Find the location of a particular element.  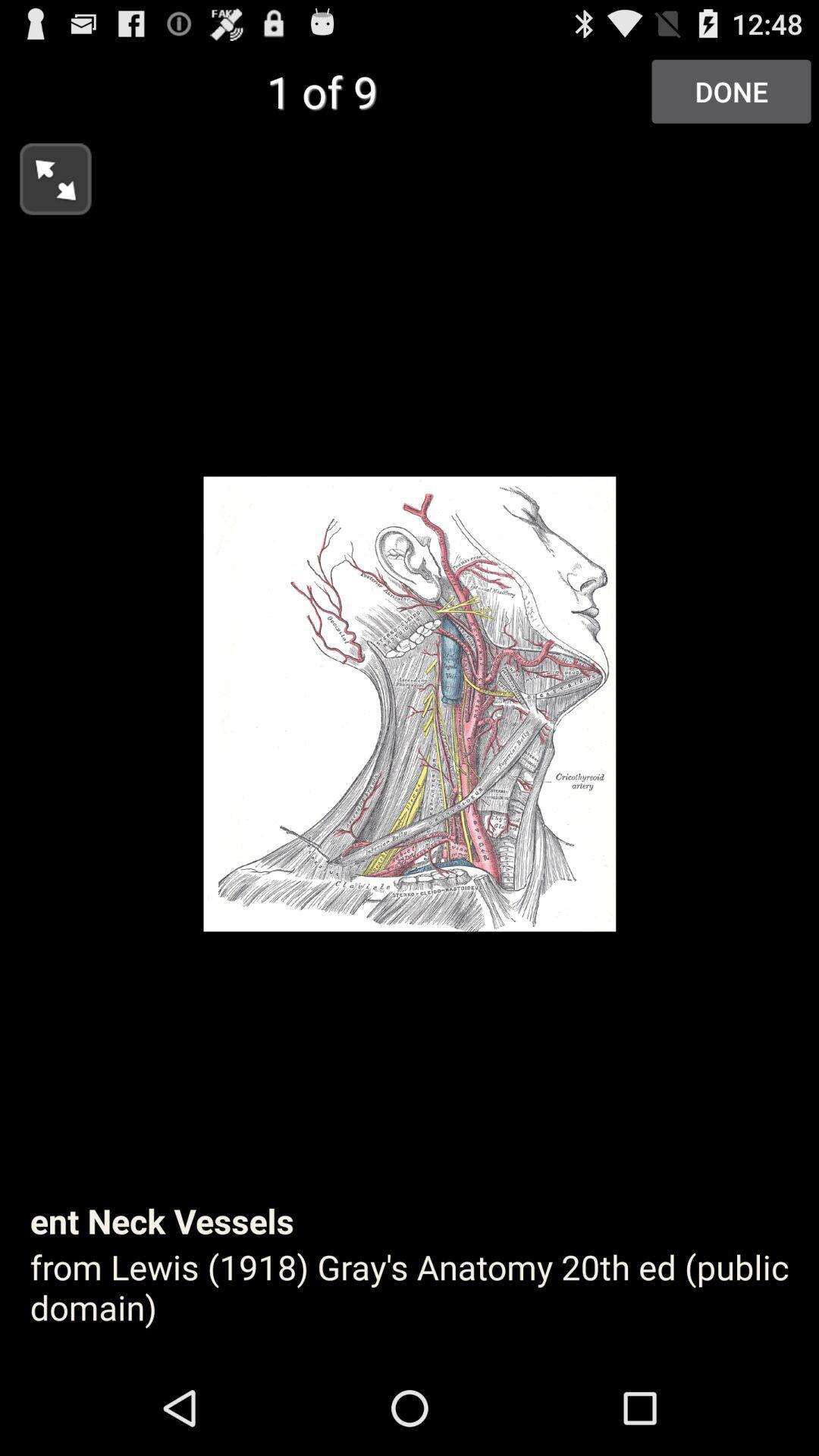

icon at the top left corner is located at coordinates (45, 174).